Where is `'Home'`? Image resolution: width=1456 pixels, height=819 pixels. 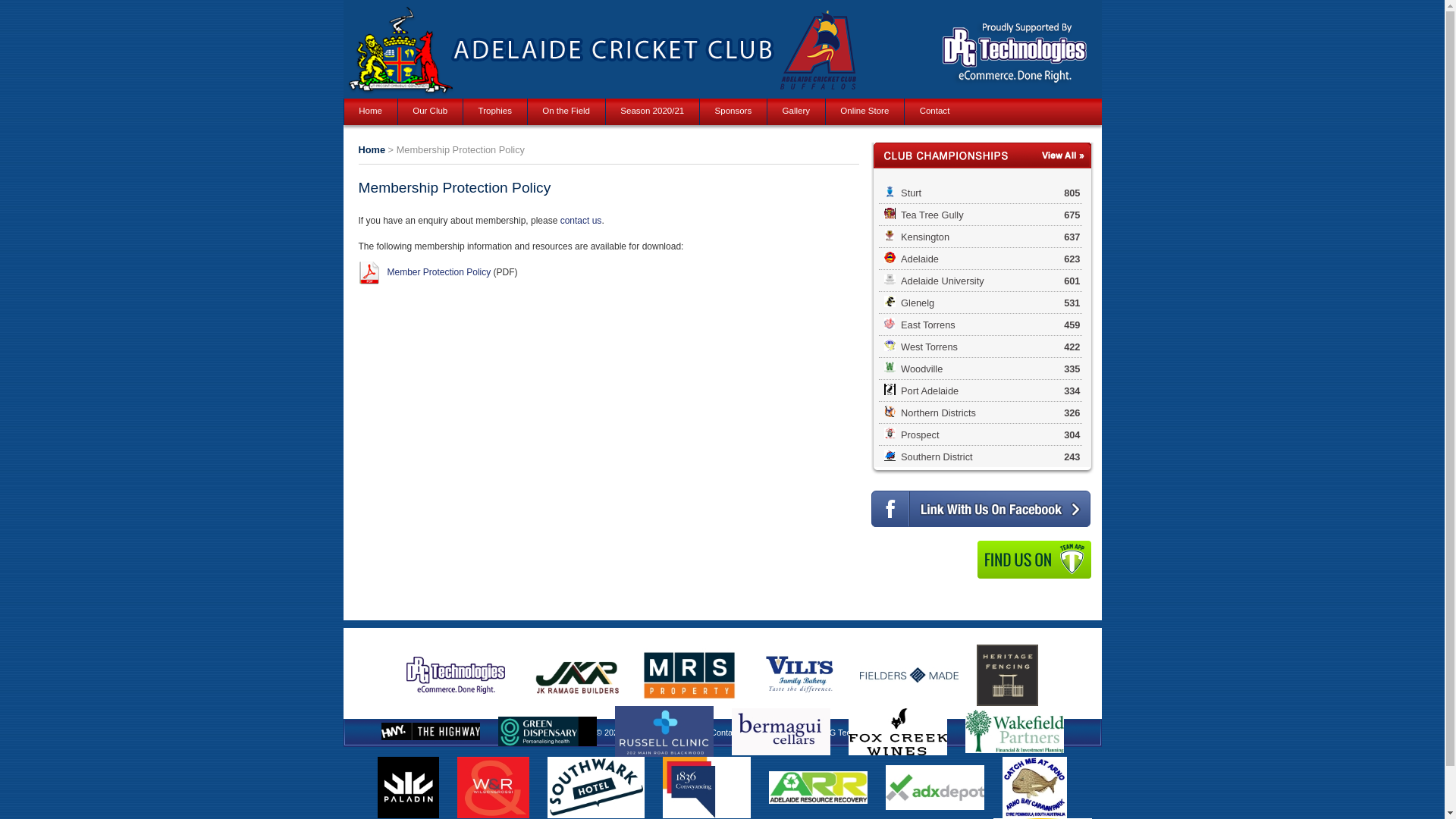
'Home' is located at coordinates (371, 110).